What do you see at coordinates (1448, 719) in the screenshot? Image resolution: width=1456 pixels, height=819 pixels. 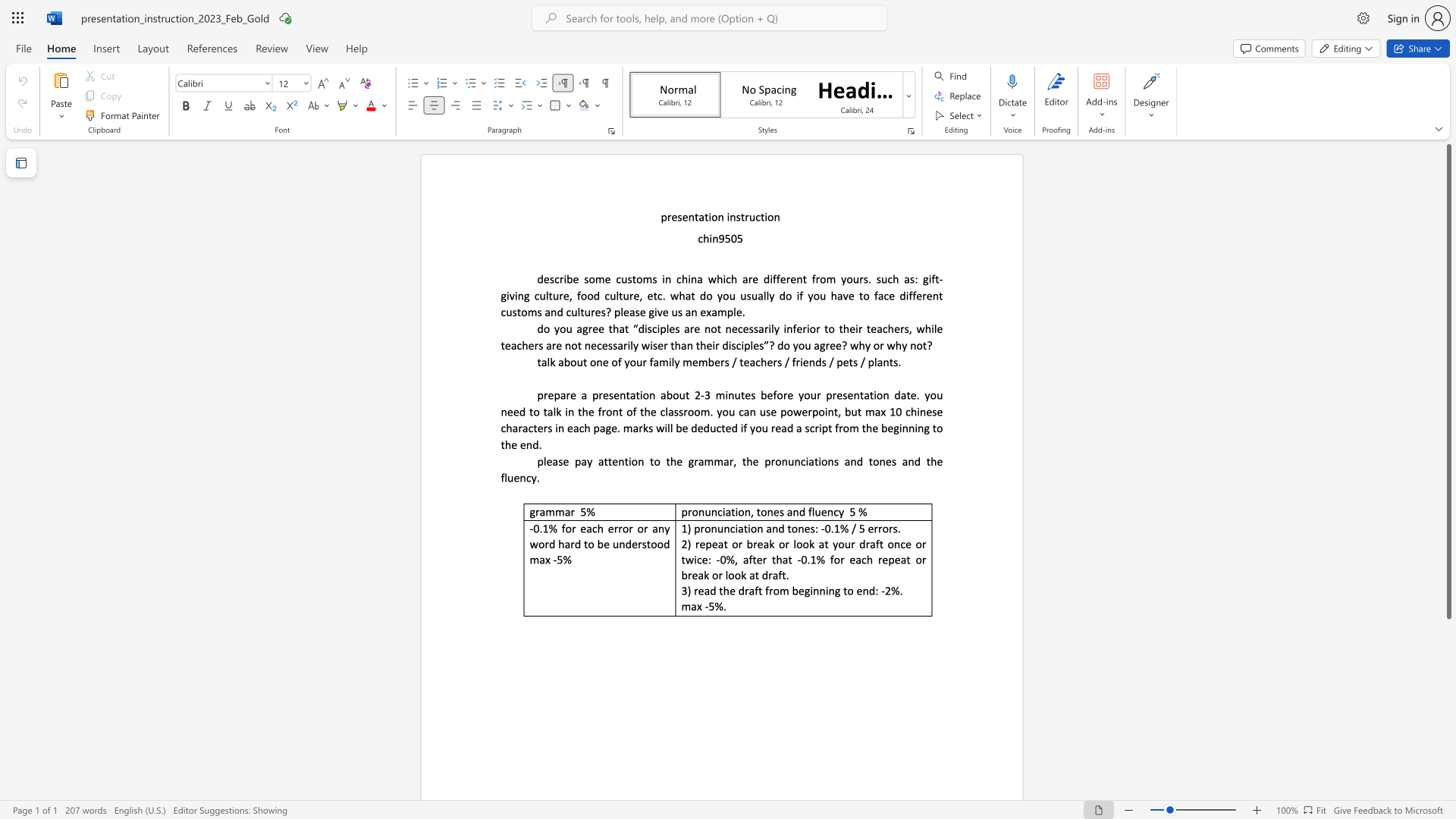 I see `the scrollbar to scroll downward` at bounding box center [1448, 719].